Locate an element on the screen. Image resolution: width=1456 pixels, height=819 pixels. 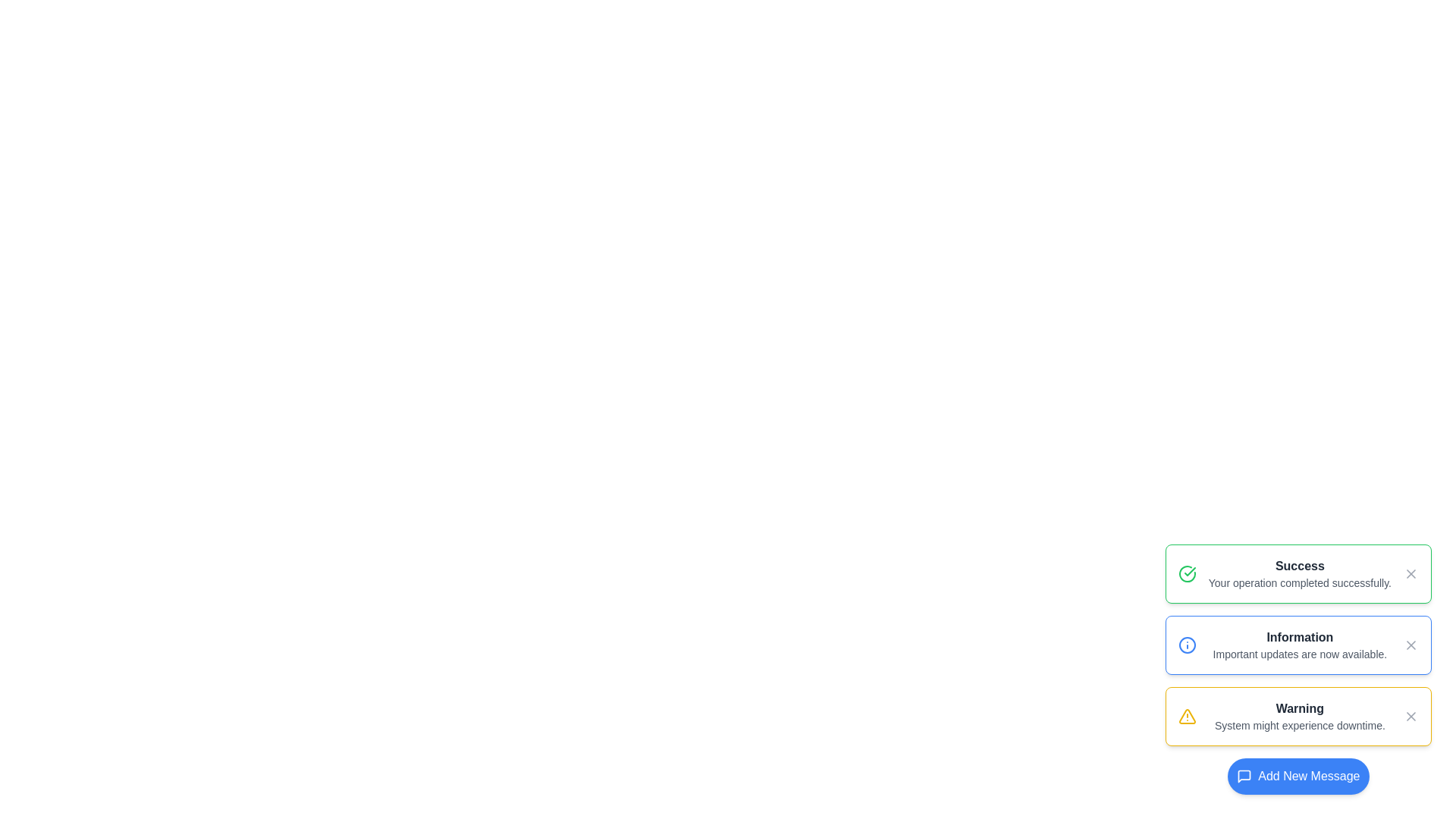
the Text label located within the 'Information' notification box, directly below the main title 'Information.' is located at coordinates (1299, 654).